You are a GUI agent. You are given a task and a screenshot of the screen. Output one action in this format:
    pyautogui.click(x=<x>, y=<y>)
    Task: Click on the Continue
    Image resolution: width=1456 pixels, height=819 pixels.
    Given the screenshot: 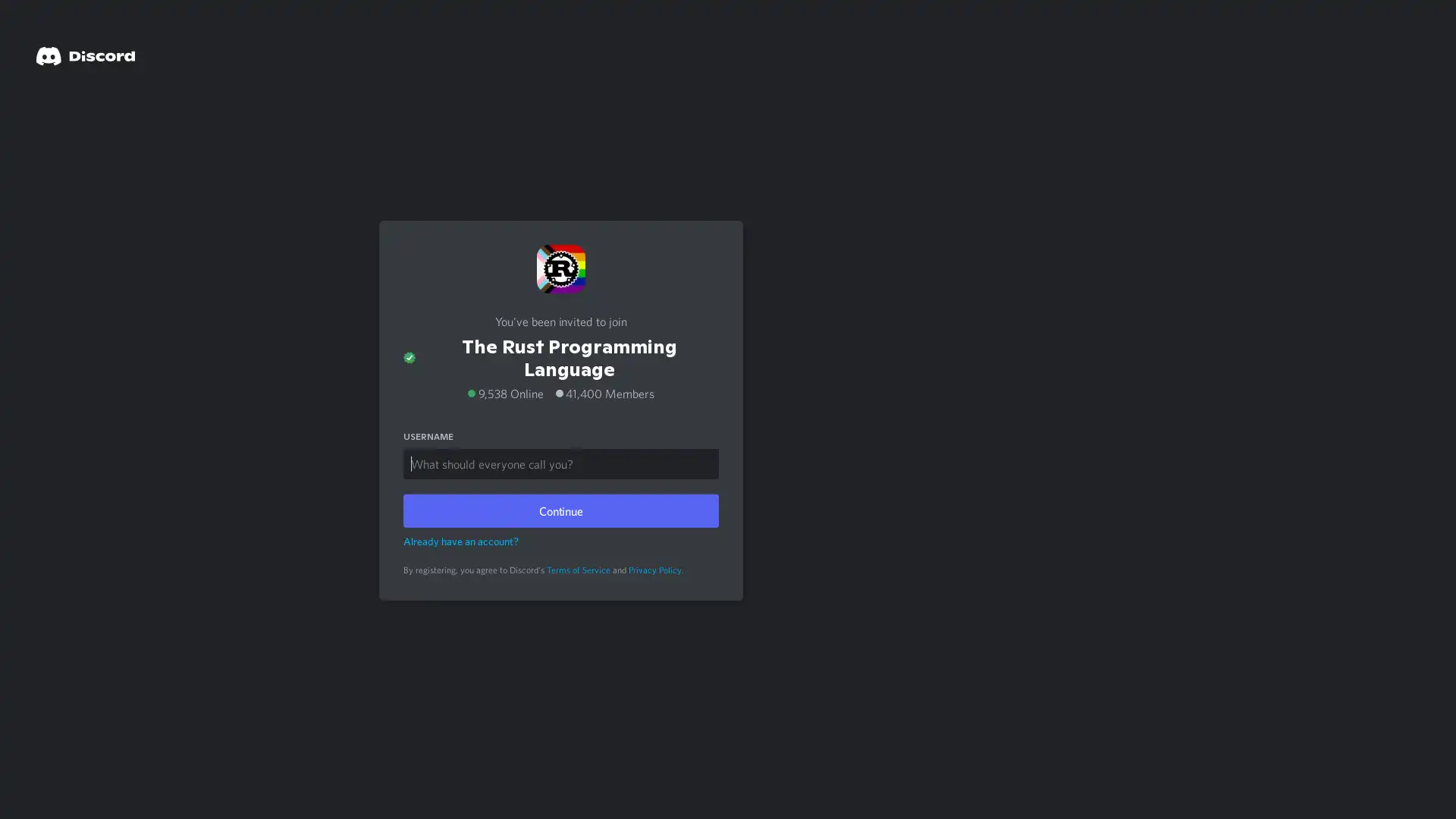 What is the action you would take?
    pyautogui.click(x=560, y=509)
    